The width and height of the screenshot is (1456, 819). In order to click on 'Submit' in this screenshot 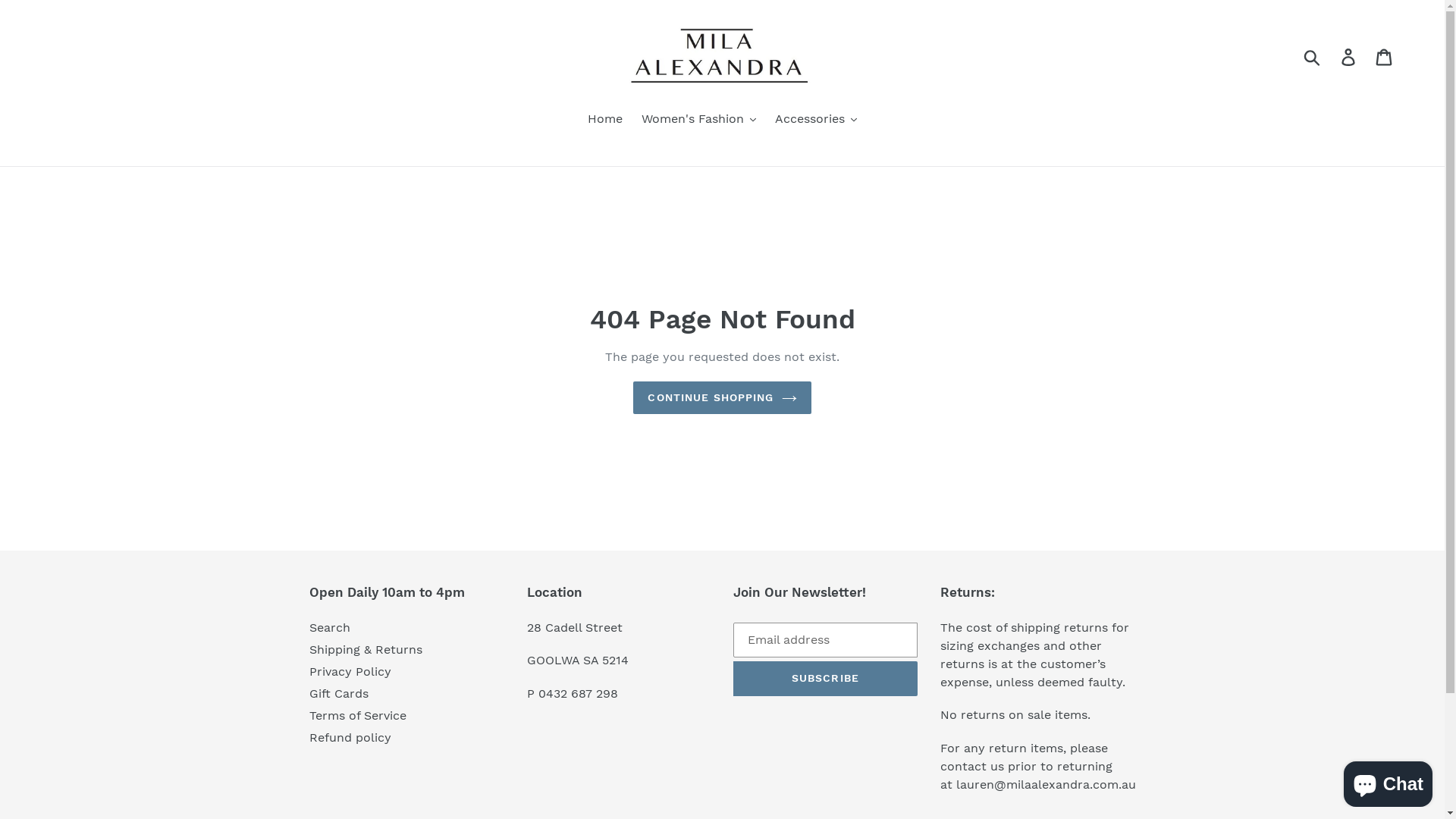, I will do `click(1312, 55)`.